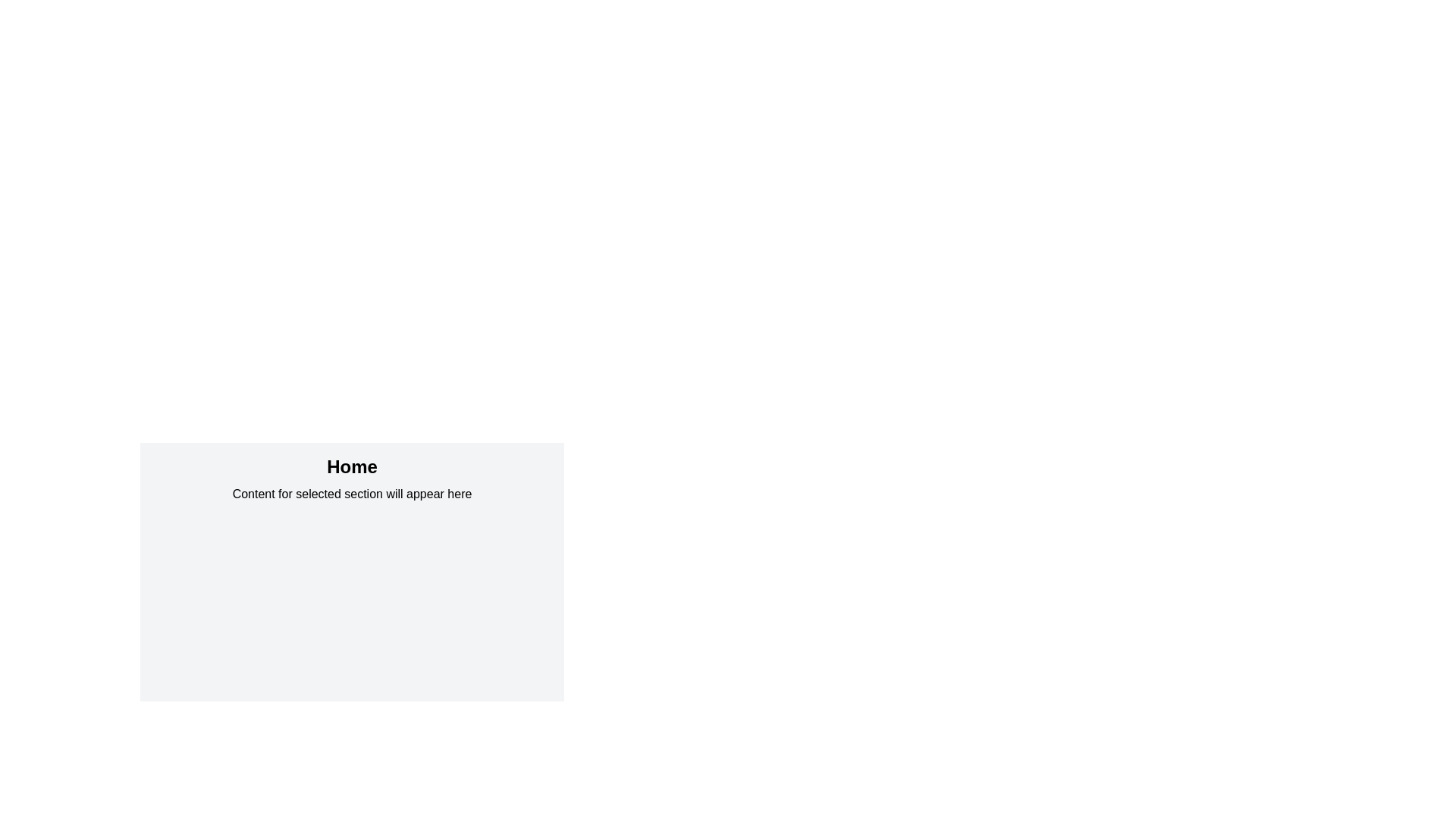 The width and height of the screenshot is (1456, 819). Describe the element at coordinates (351, 494) in the screenshot. I see `the Text Label that serves as a placeholder for content related to the selected section, located directly below the 'Home' title within a light-colored rectangular panel` at that location.